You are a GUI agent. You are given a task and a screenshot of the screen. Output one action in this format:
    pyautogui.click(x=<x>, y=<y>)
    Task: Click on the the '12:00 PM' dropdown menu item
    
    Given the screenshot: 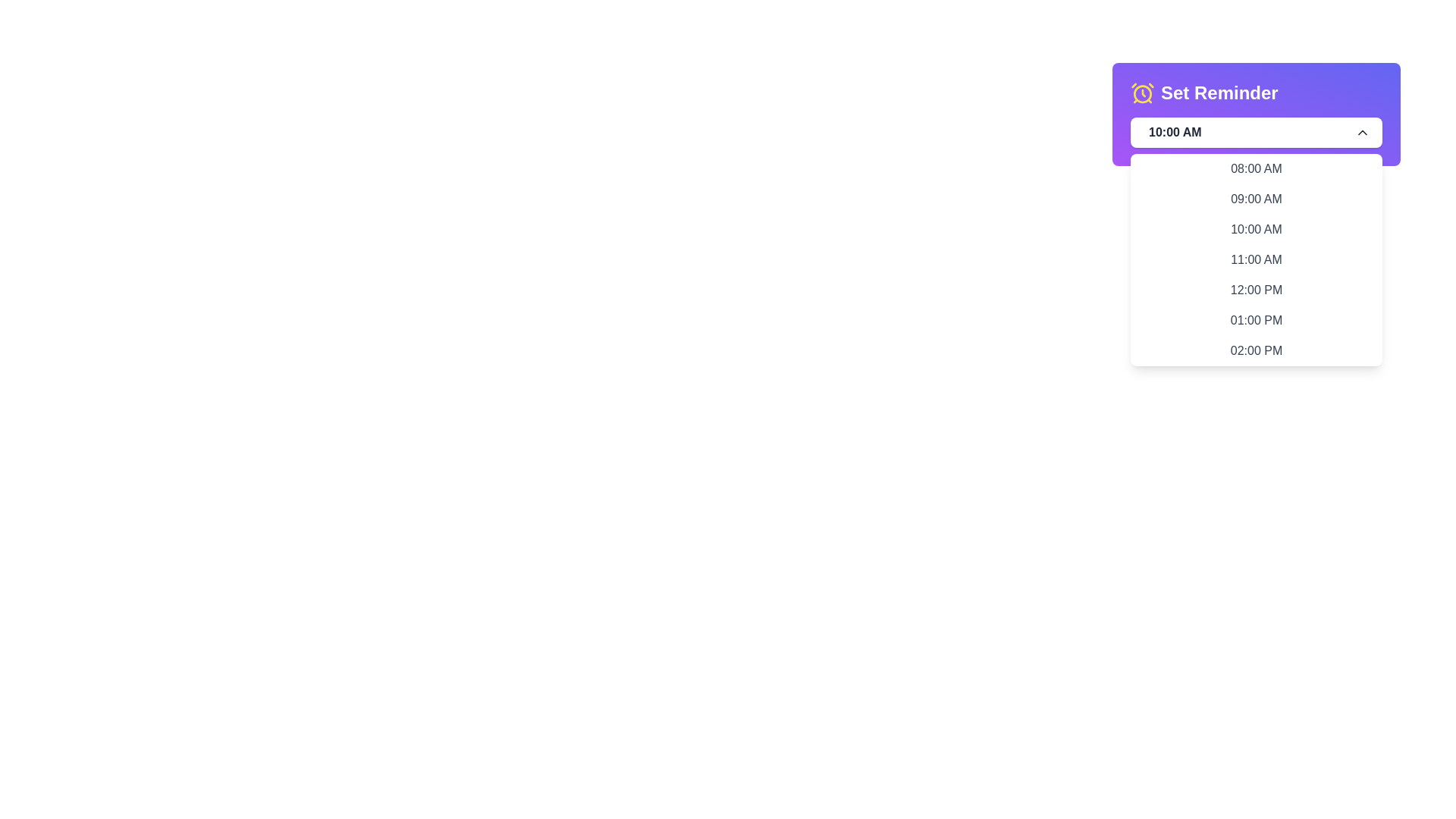 What is the action you would take?
    pyautogui.click(x=1256, y=290)
    